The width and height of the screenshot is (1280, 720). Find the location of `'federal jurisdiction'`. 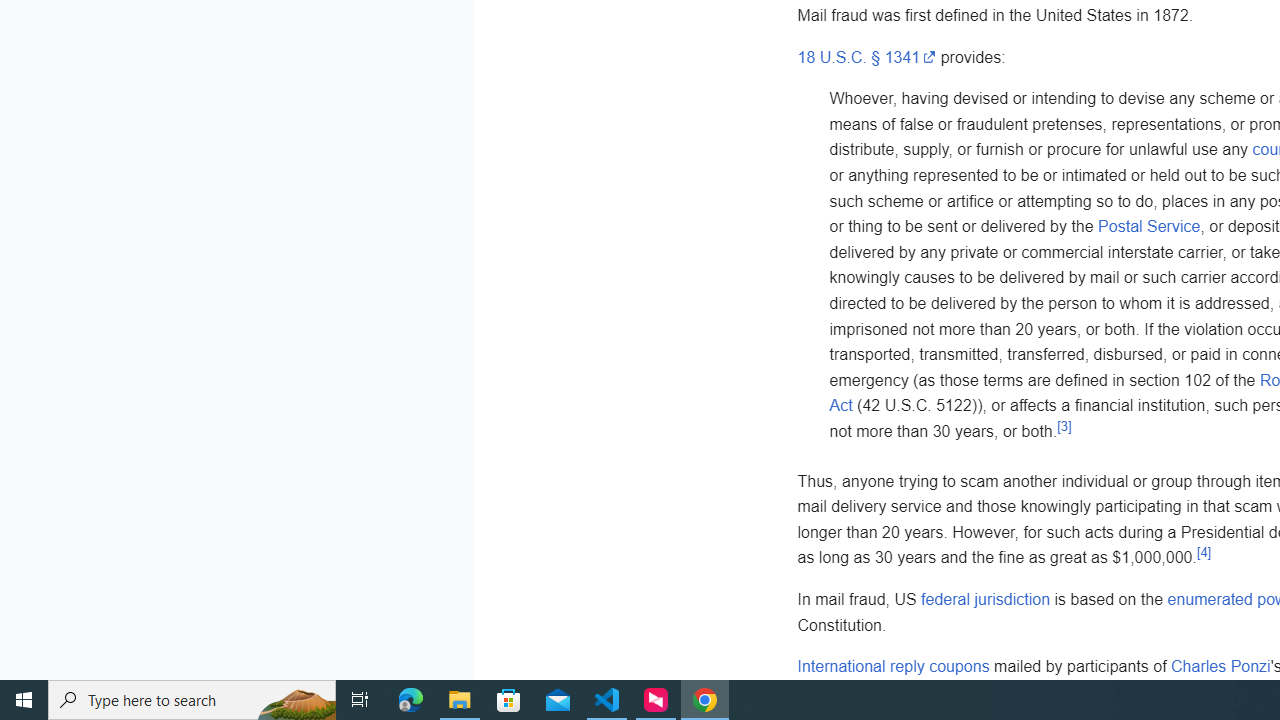

'federal jurisdiction' is located at coordinates (986, 597).